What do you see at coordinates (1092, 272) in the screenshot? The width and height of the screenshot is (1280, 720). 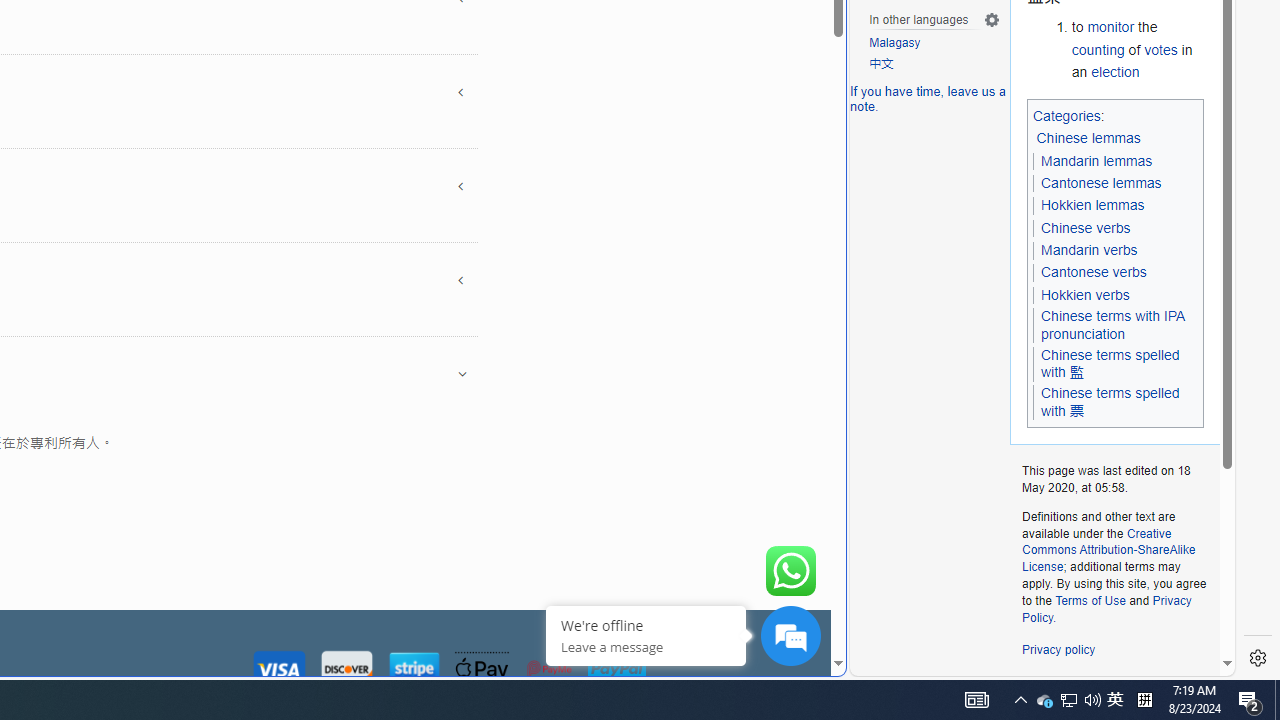 I see `'Cantonese verbs'` at bounding box center [1092, 272].